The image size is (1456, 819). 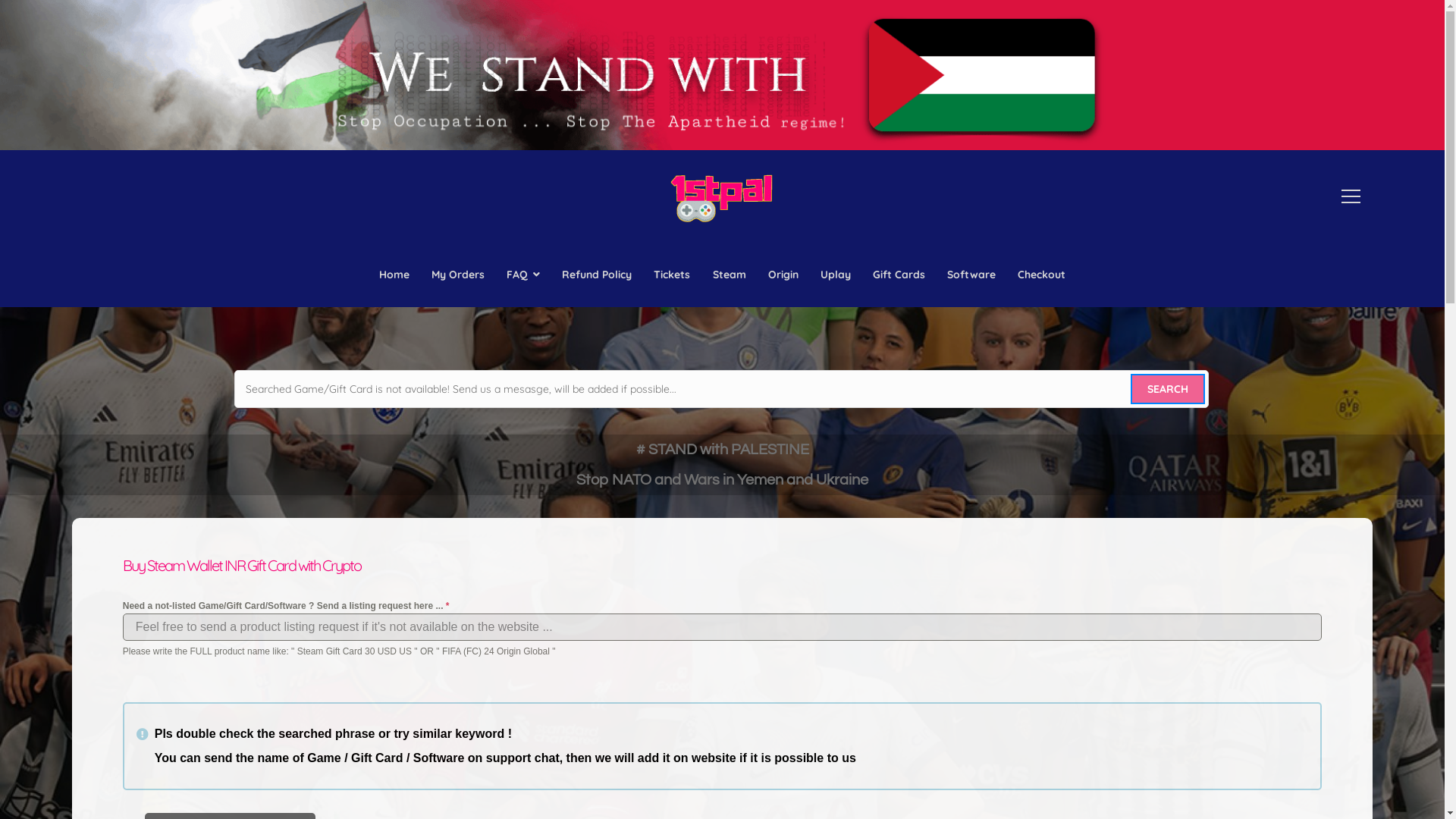 What do you see at coordinates (457, 275) in the screenshot?
I see `'My Orders'` at bounding box center [457, 275].